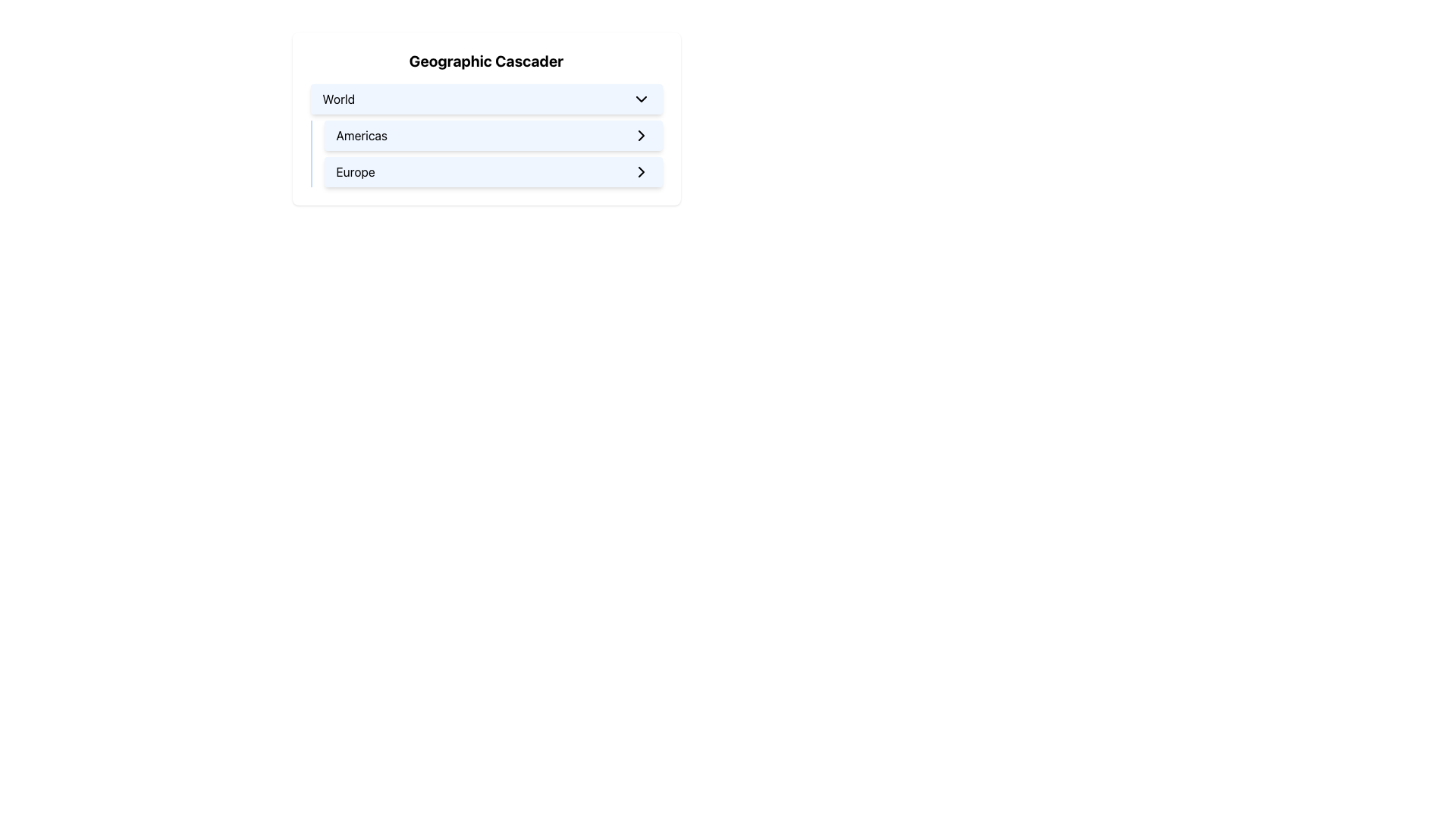 The height and width of the screenshot is (819, 1456). What do you see at coordinates (641, 134) in the screenshot?
I see `the right-pointing chevron icon located at the far right end of the 'Americas' option` at bounding box center [641, 134].